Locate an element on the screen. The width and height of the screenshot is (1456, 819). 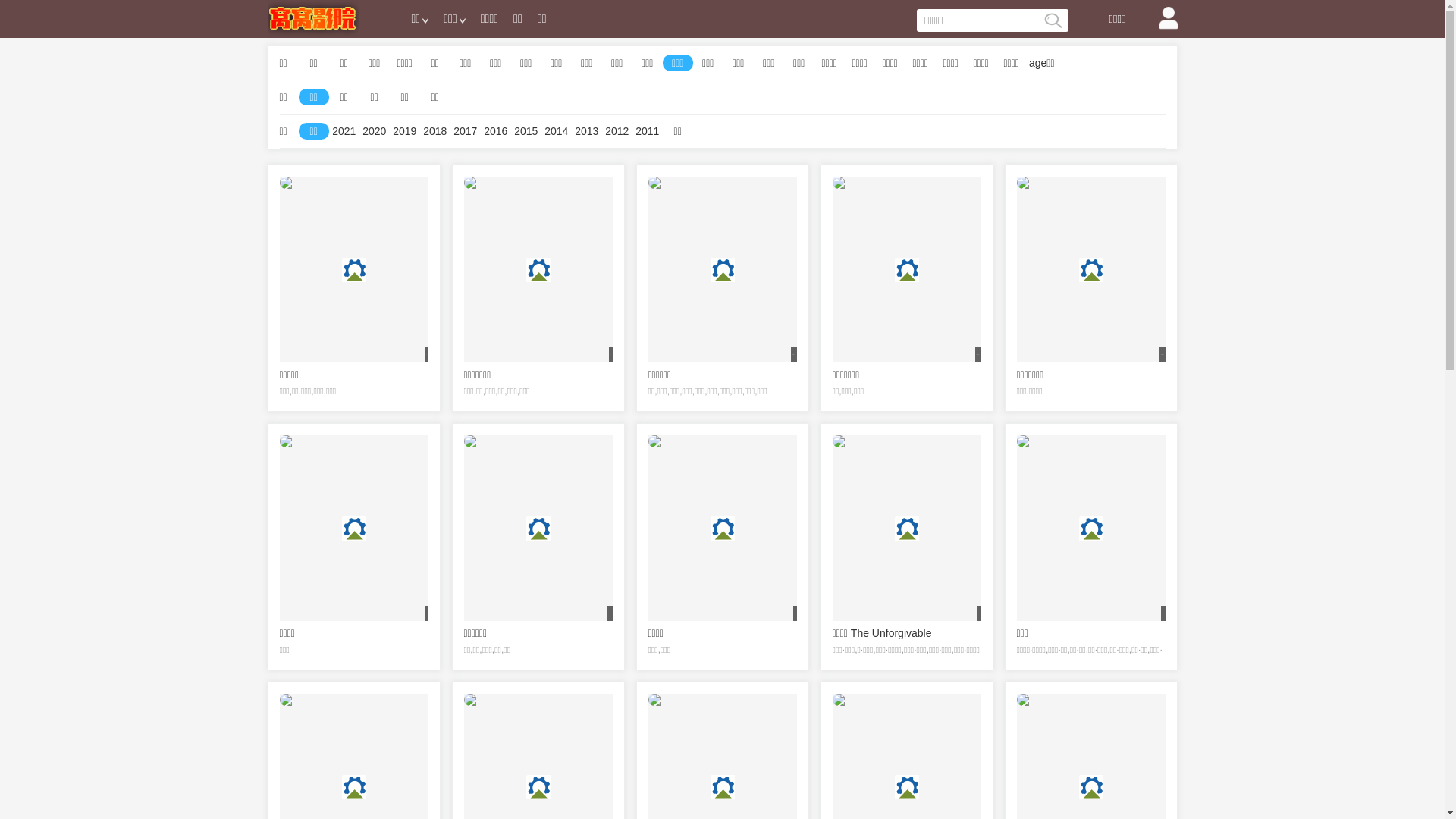
'2016' is located at coordinates (495, 130).